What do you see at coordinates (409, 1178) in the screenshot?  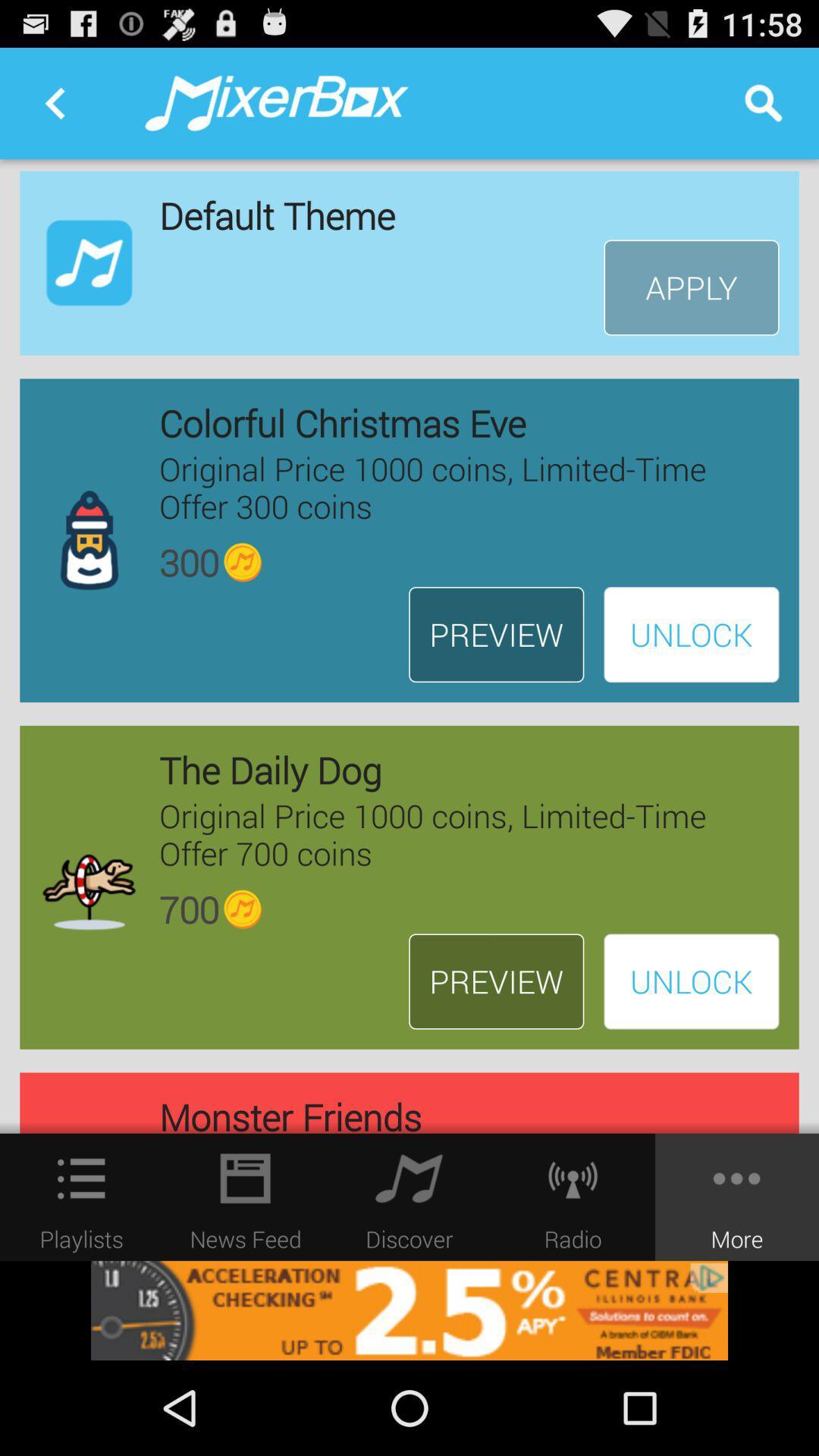 I see `the discover option` at bounding box center [409, 1178].